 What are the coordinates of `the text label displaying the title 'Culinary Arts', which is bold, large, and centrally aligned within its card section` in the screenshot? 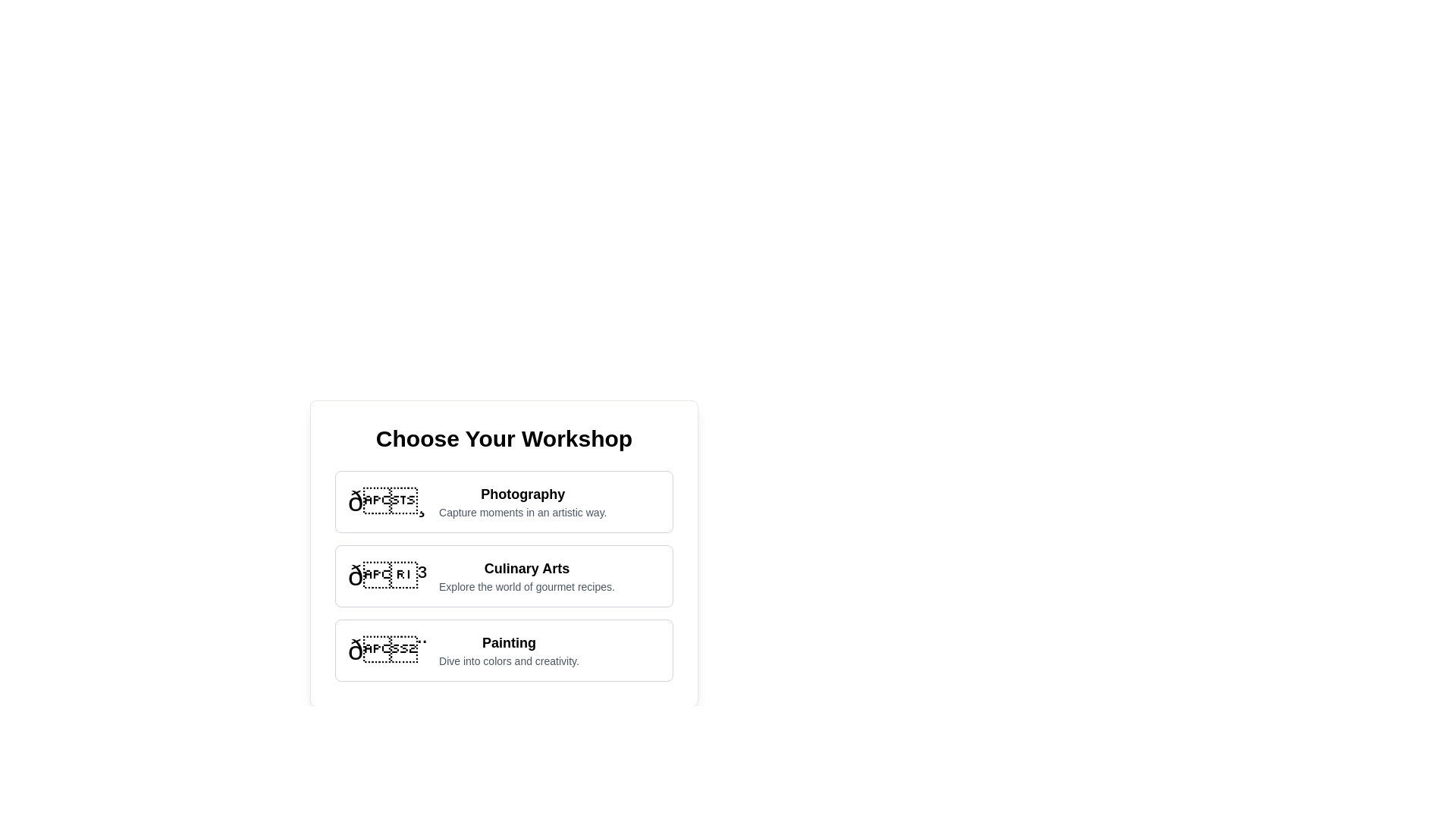 It's located at (527, 568).